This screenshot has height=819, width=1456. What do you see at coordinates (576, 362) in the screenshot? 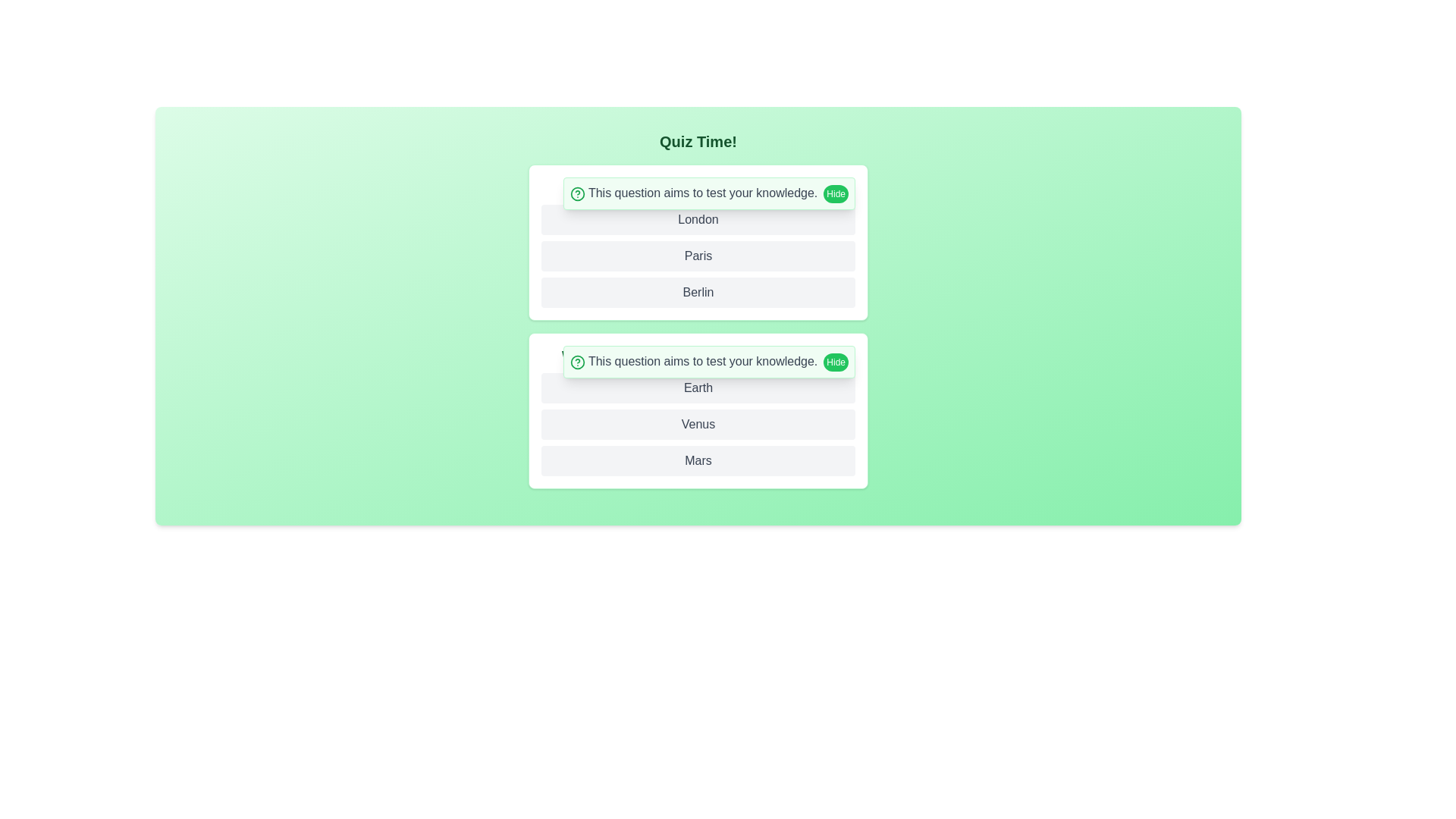
I see `the circular icon (SVG Circle) located to the left of the text 'This question aims to test your knowledge.' in the second green section below 'Quiz Time!'` at bounding box center [576, 362].